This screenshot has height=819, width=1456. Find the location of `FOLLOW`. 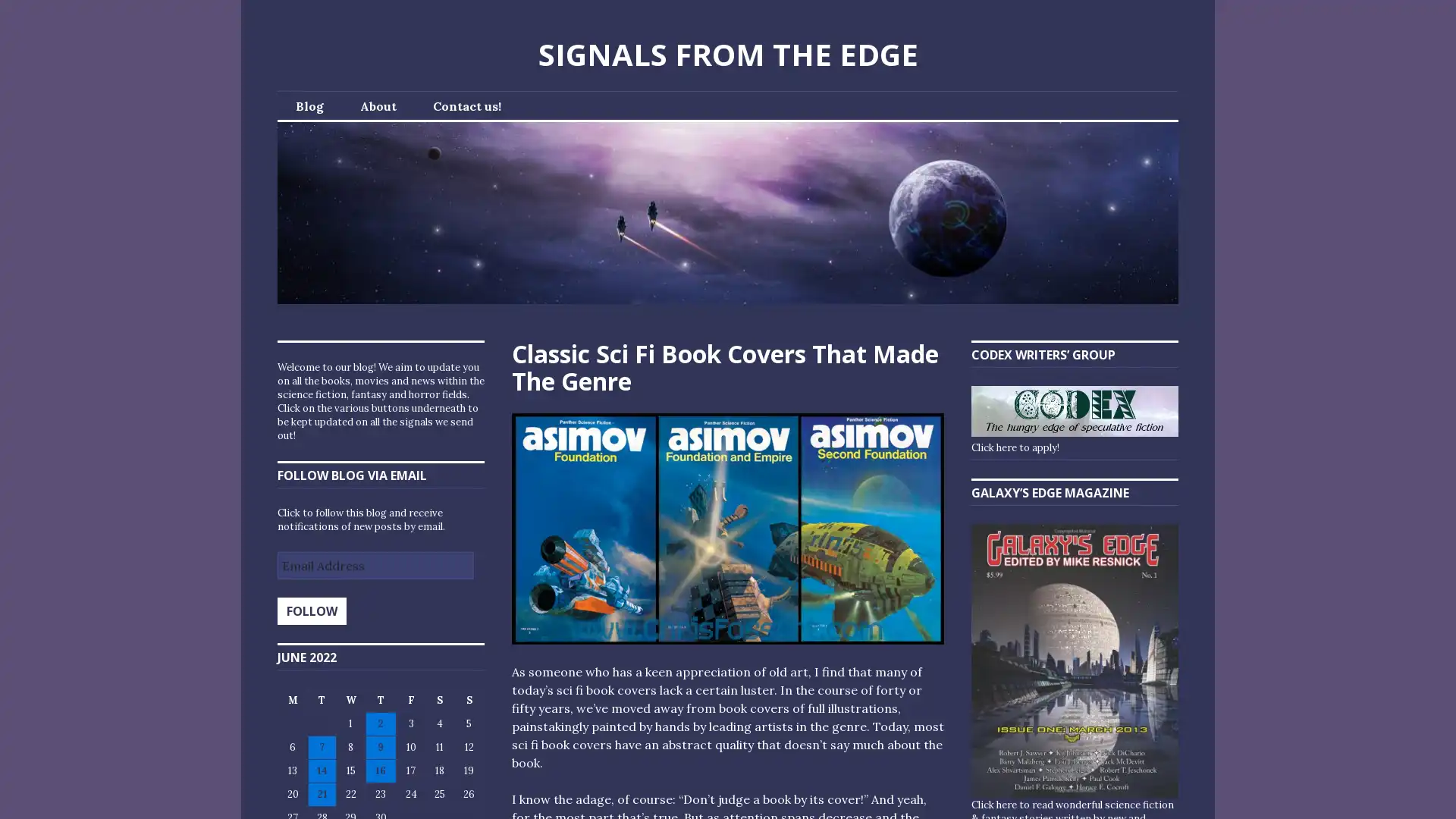

FOLLOW is located at coordinates (311, 610).